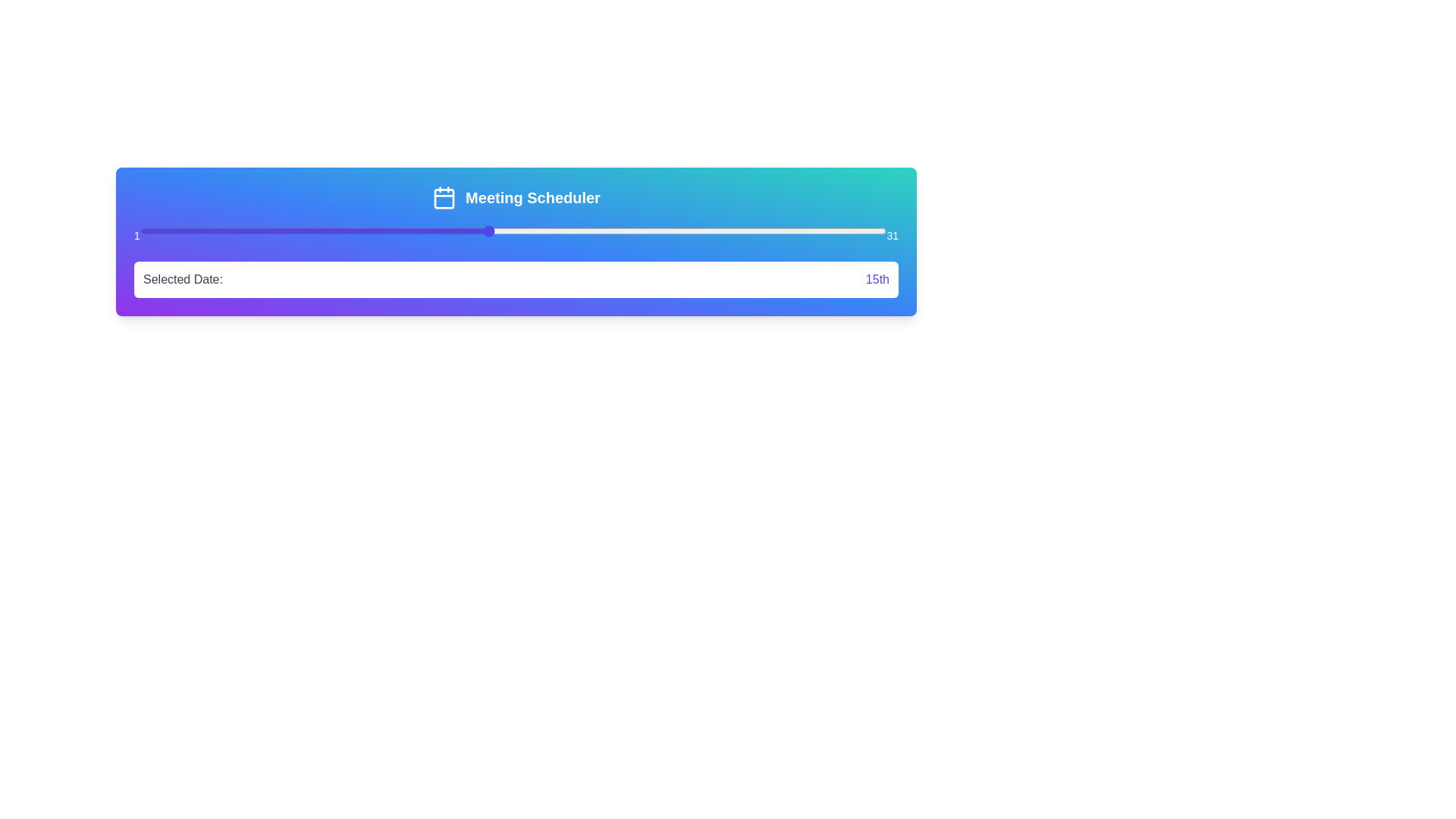 This screenshot has width=1456, height=819. I want to click on the date, so click(214, 231).